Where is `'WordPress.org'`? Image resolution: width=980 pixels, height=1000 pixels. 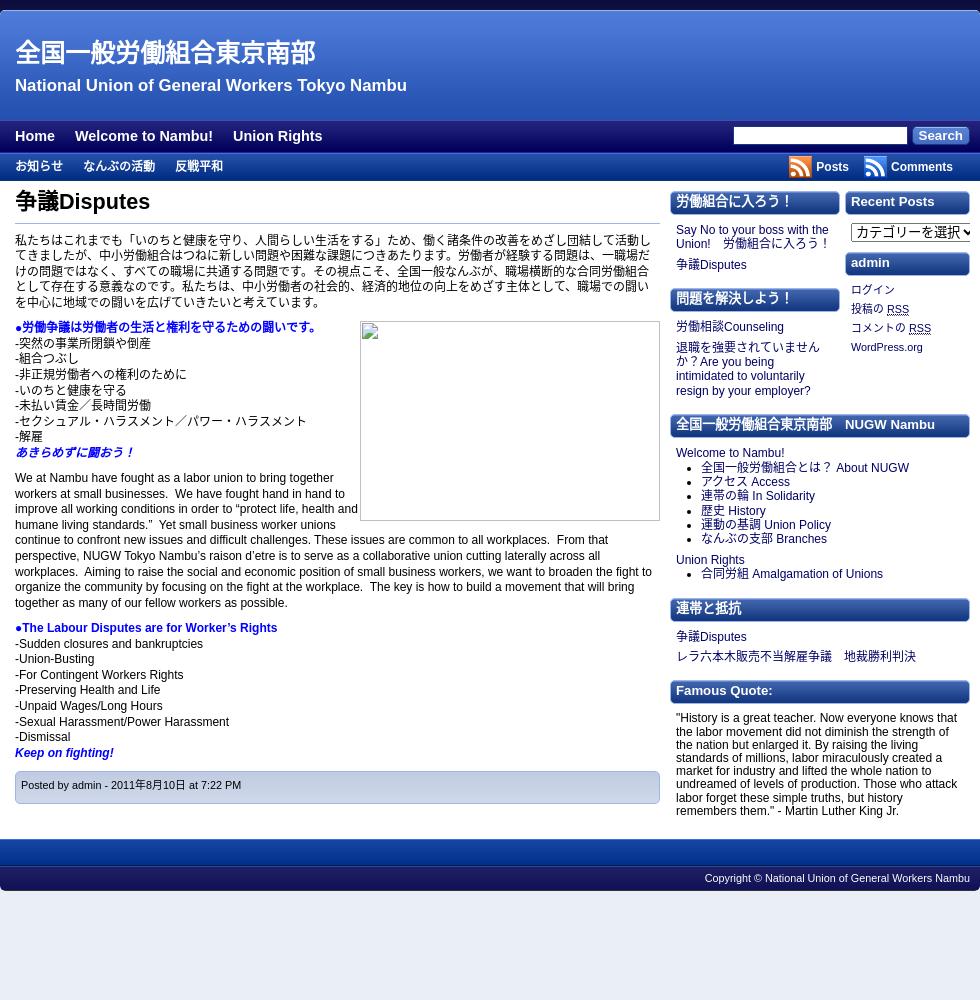 'WordPress.org' is located at coordinates (851, 345).